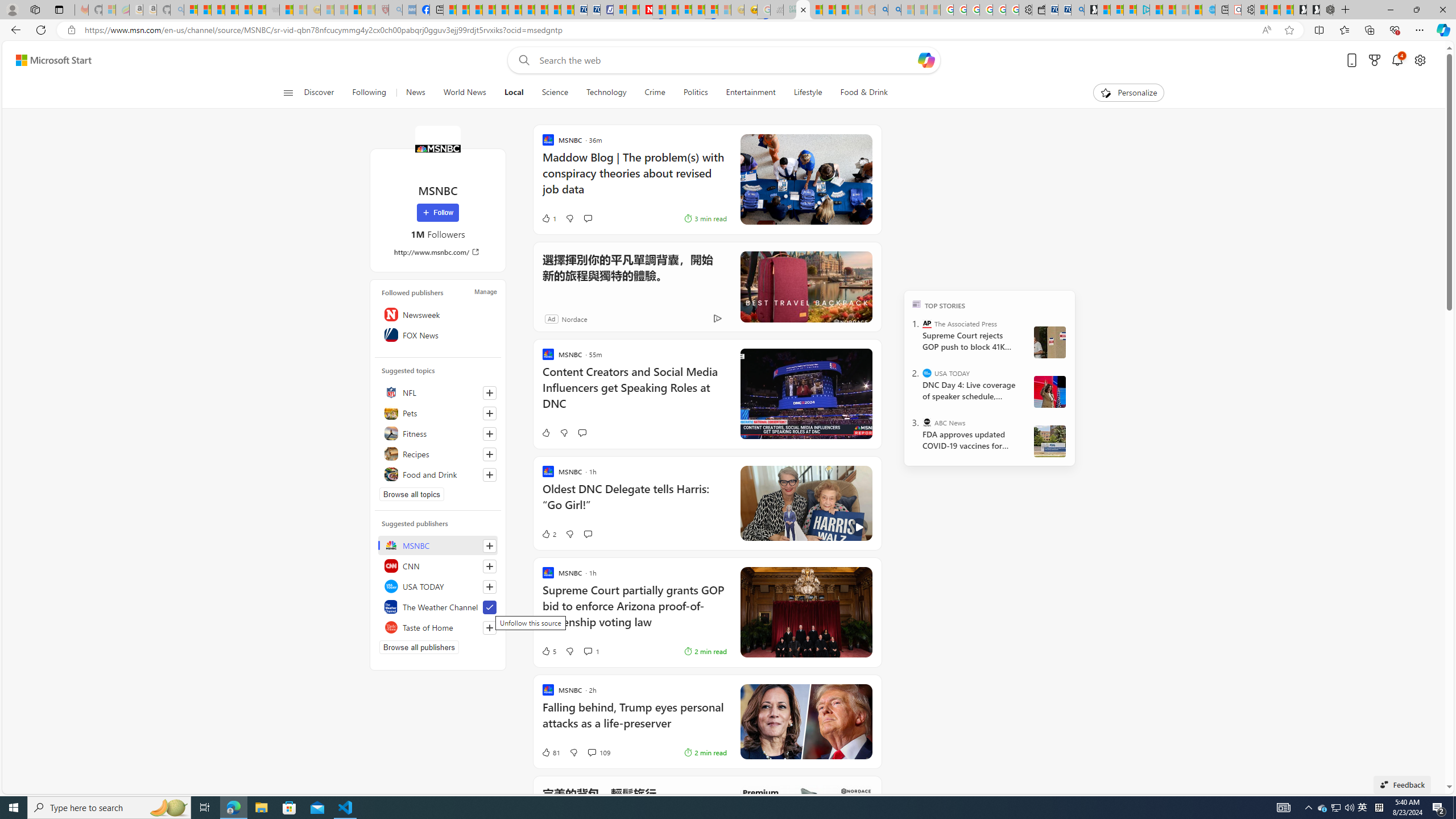 The height and width of the screenshot is (819, 1456). I want to click on 'Browse all topics', so click(411, 494).